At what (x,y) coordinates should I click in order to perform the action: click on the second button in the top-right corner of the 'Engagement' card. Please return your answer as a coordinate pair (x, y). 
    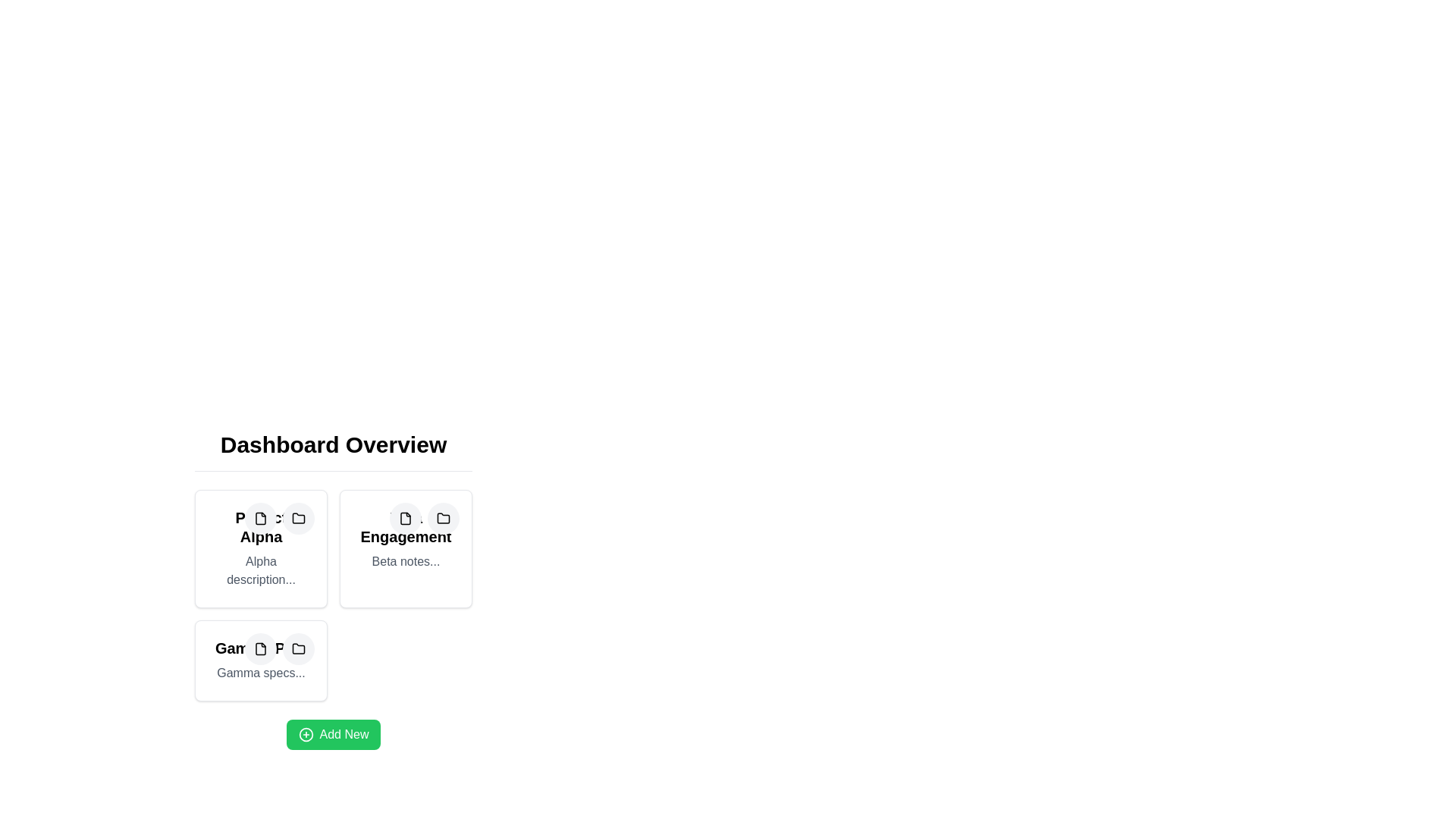
    Looking at the image, I should click on (443, 517).